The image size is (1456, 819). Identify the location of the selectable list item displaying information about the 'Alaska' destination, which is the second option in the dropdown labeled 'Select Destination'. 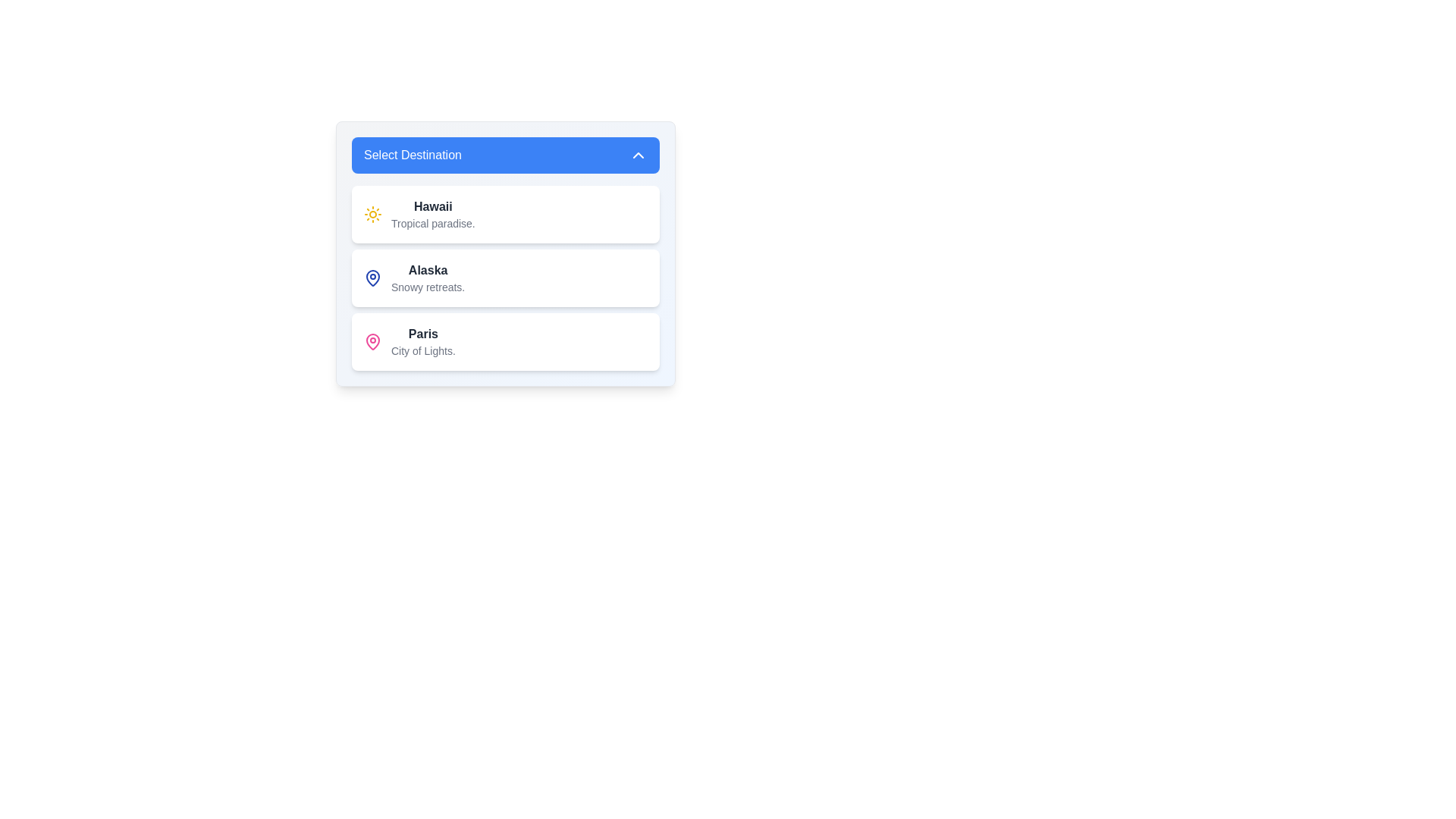
(506, 253).